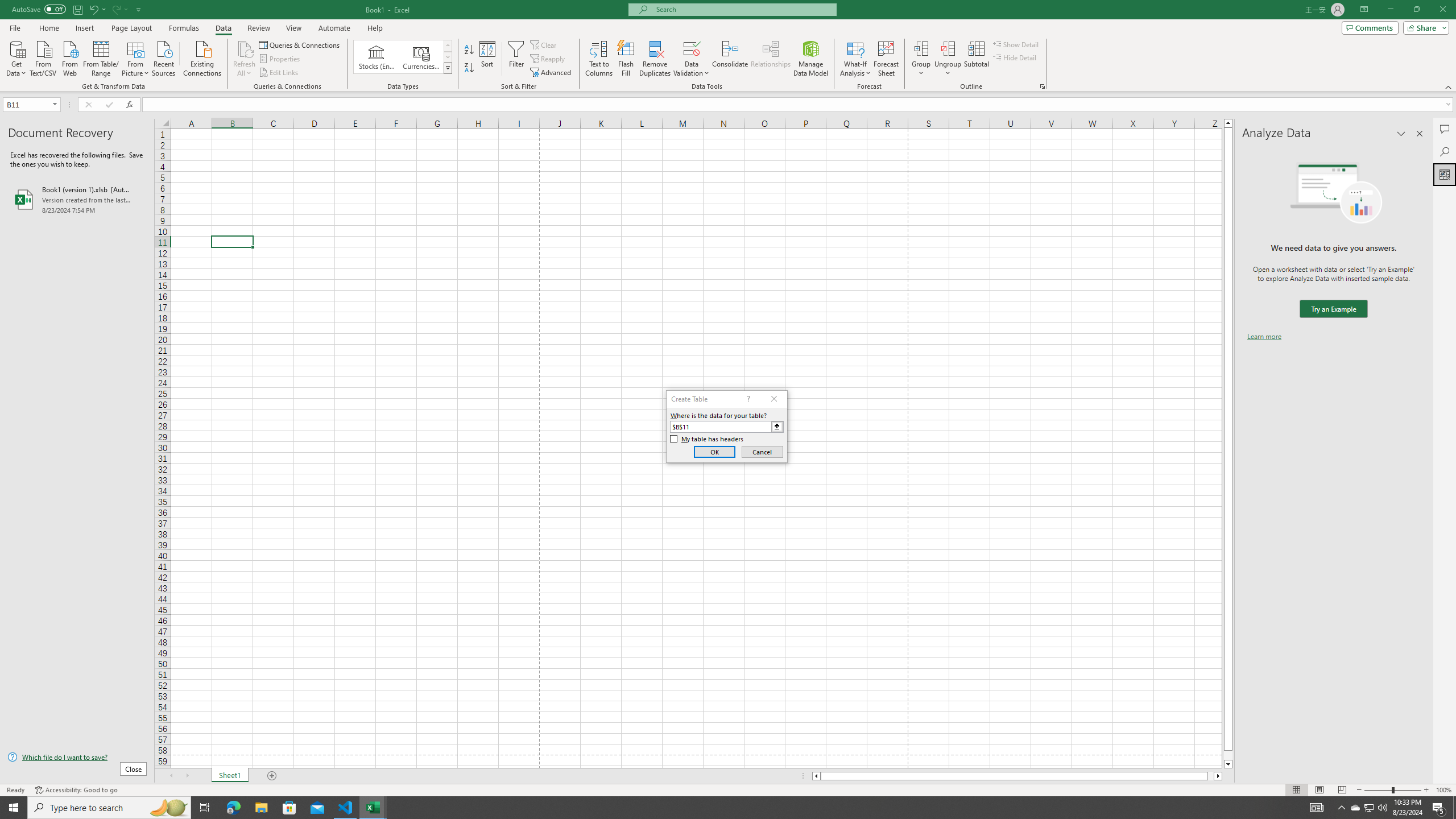  I want to click on 'AutomationID: ConvertToLinkedEntity', so click(403, 56).